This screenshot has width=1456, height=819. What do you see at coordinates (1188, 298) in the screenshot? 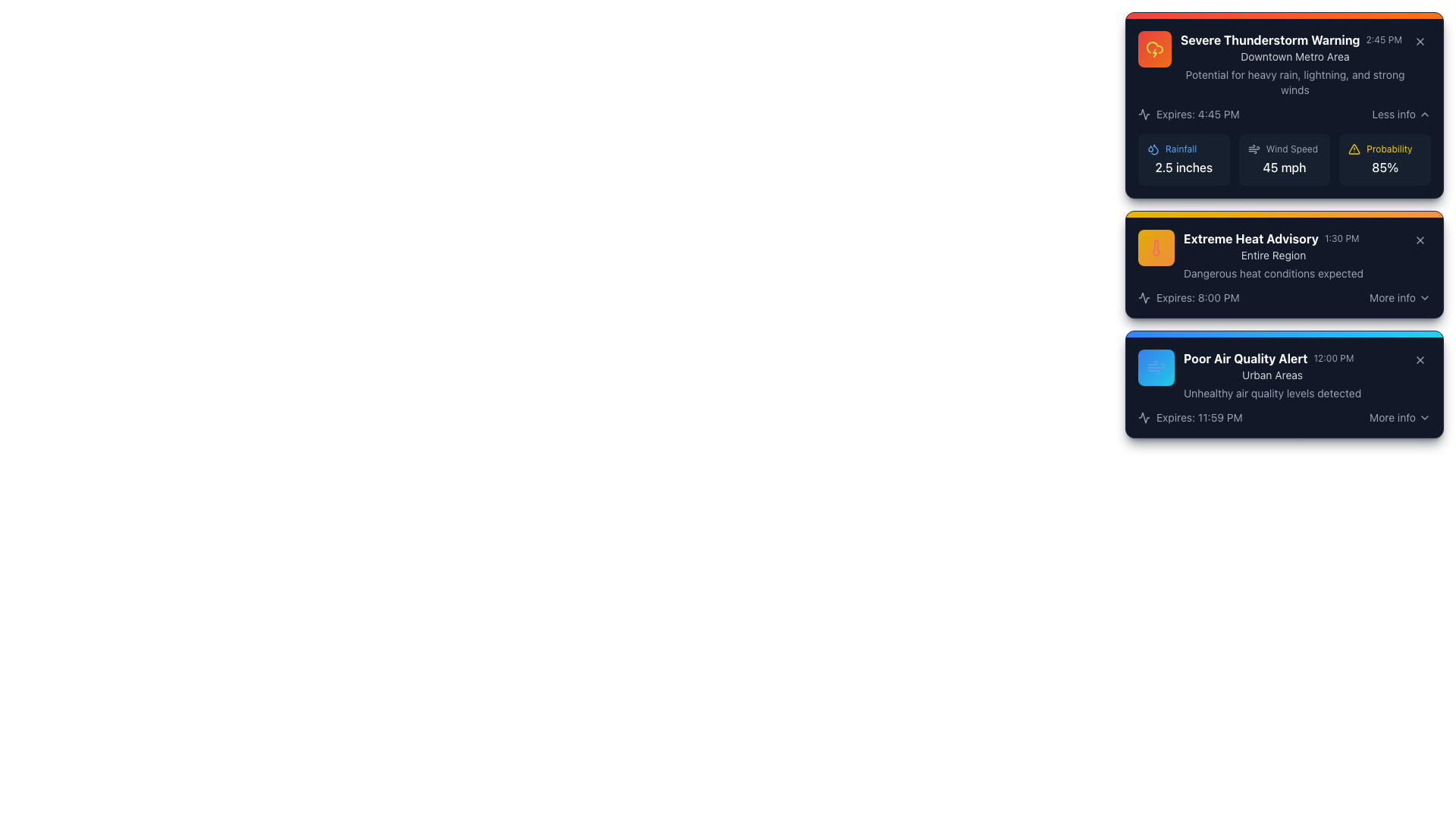
I see `expiration time text located at the bottom-left of the second notification card labeled 'Extreme Heat Advisory', which is directly below the main descriptive text and above the 'More info' link` at bounding box center [1188, 298].